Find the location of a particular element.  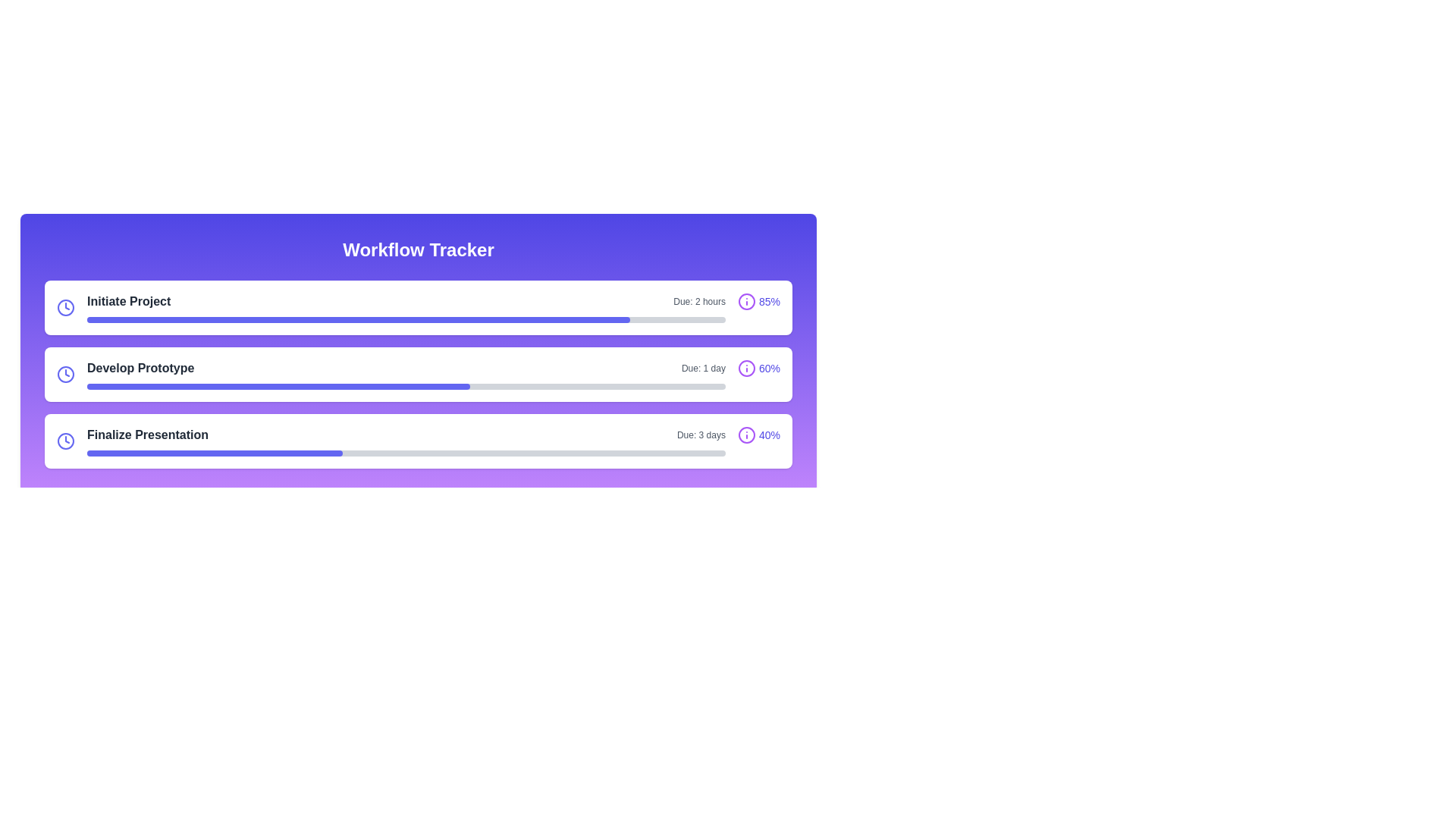

the information icon next to the '60%' progress label within the footer section of the 'Develop Prototype' task card is located at coordinates (758, 369).